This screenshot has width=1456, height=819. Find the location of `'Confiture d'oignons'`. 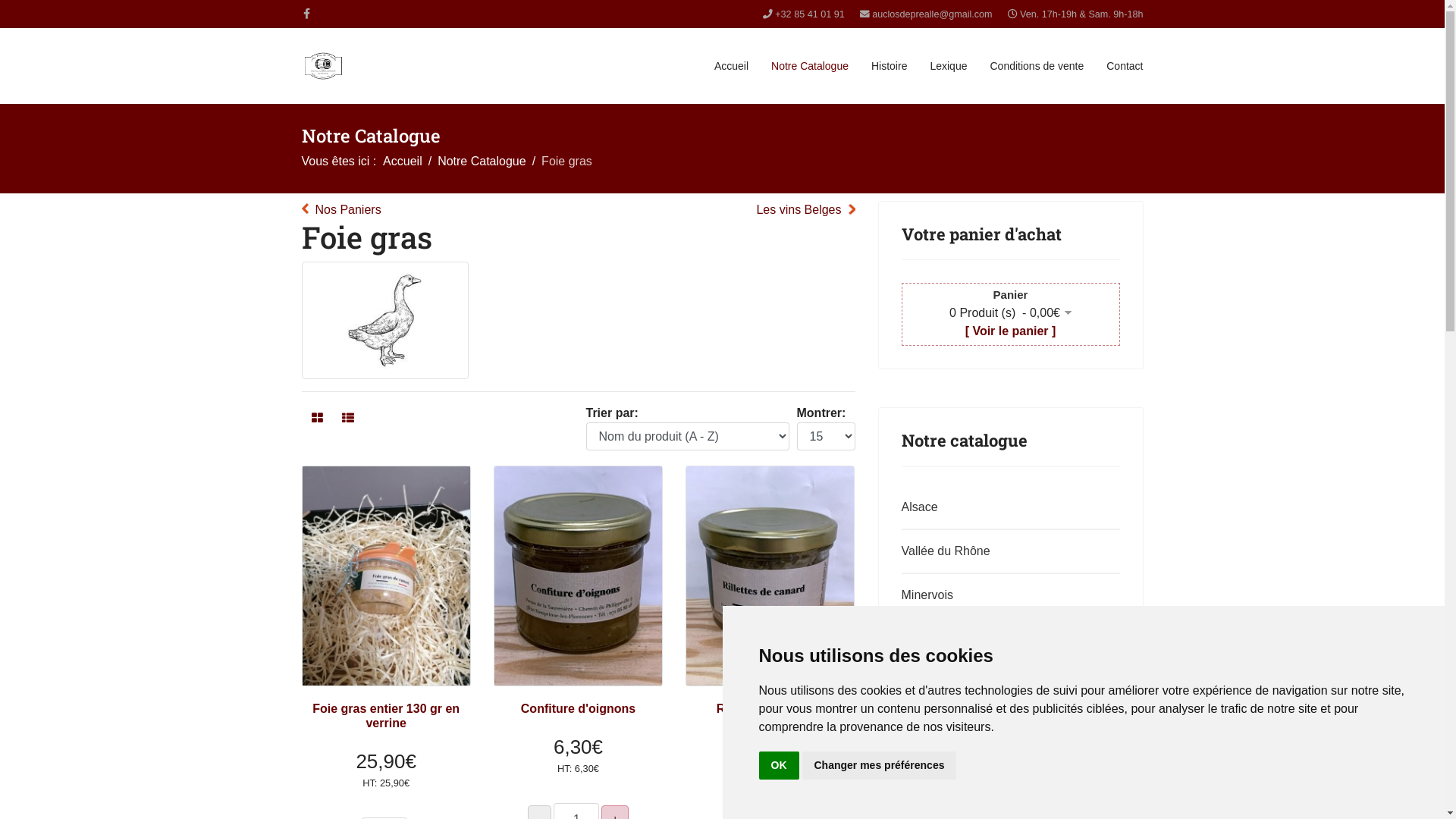

'Confiture d'oignons' is located at coordinates (577, 708).